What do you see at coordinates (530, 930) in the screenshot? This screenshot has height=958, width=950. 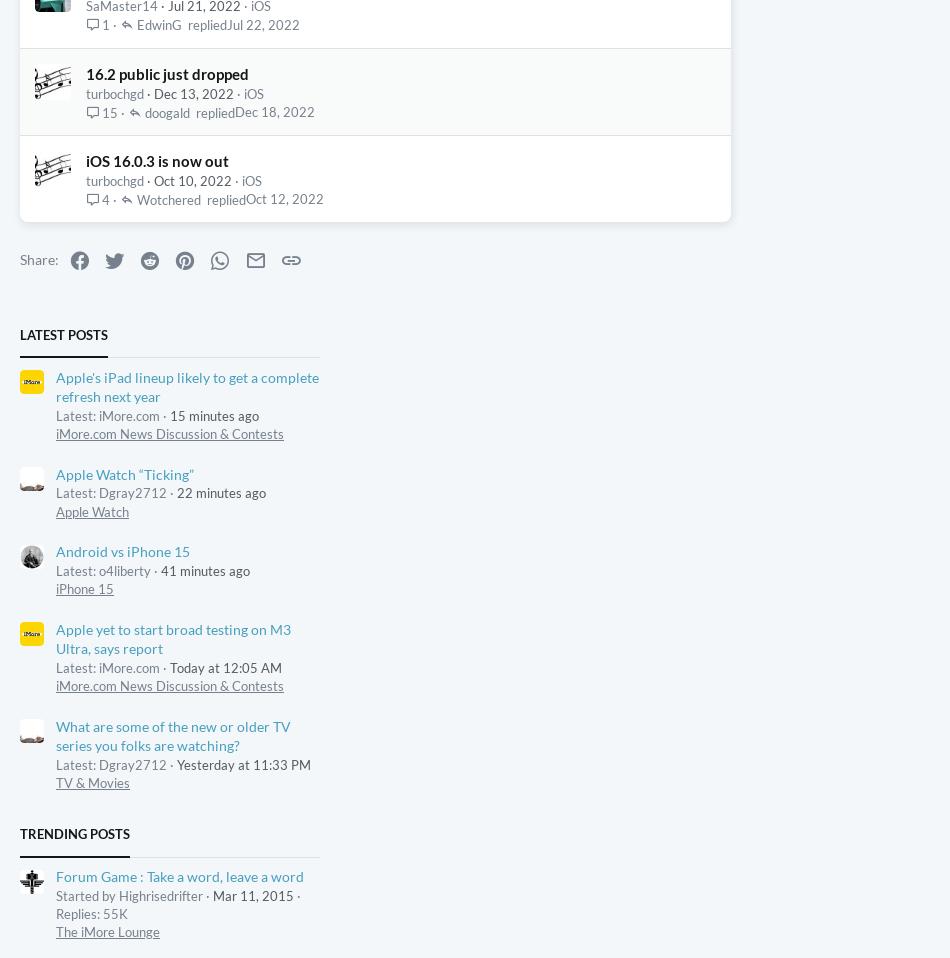 I see `'Terms & Conditions'` at bounding box center [530, 930].